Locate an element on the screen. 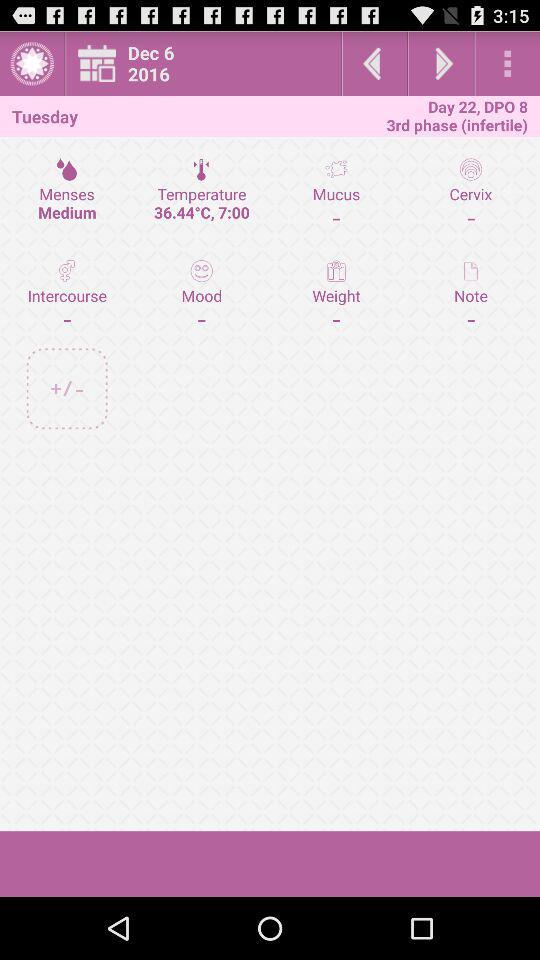 This screenshot has width=540, height=960. more options is located at coordinates (507, 63).